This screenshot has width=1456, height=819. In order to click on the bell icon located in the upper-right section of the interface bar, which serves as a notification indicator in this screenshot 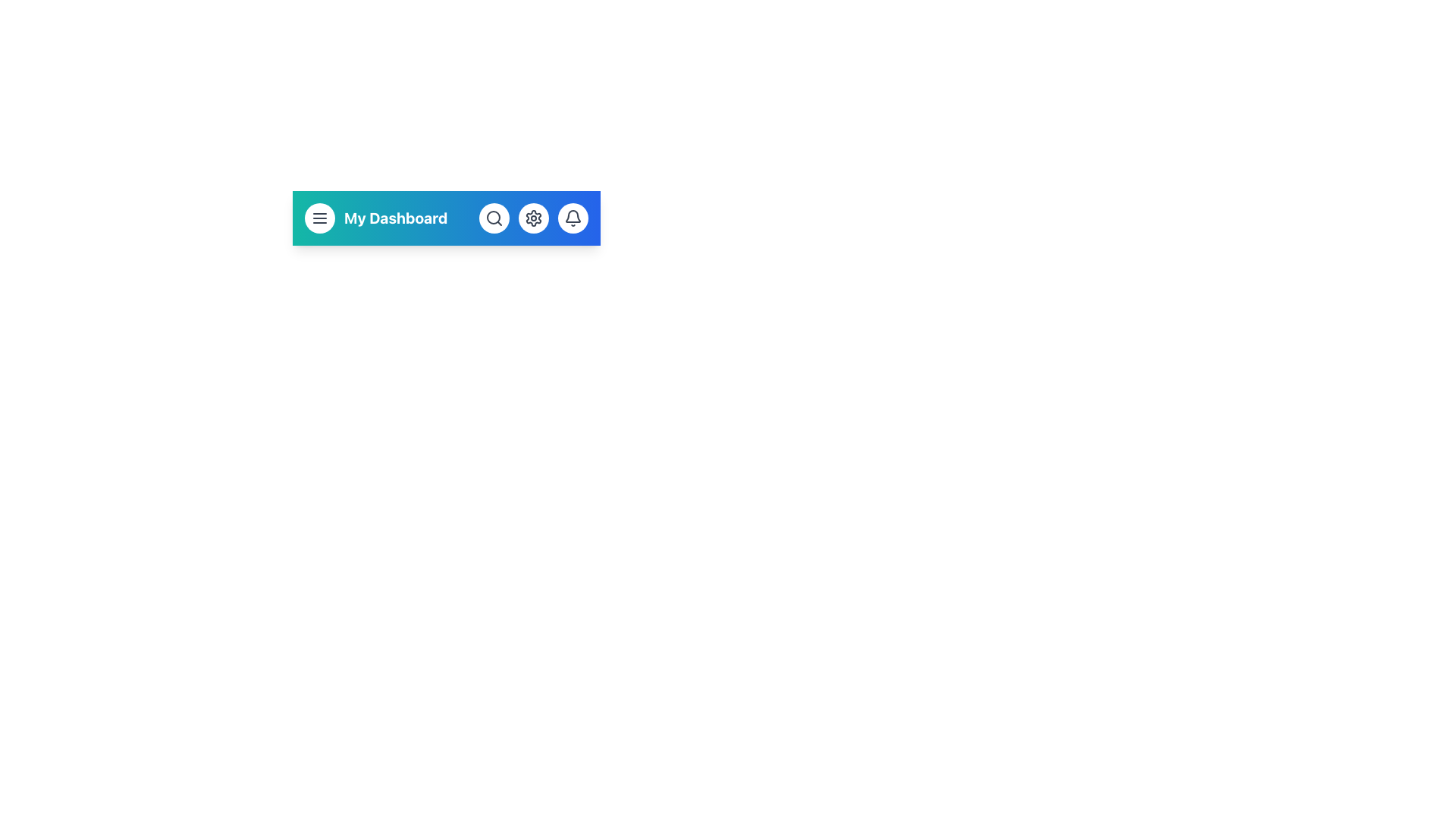, I will do `click(572, 218)`.